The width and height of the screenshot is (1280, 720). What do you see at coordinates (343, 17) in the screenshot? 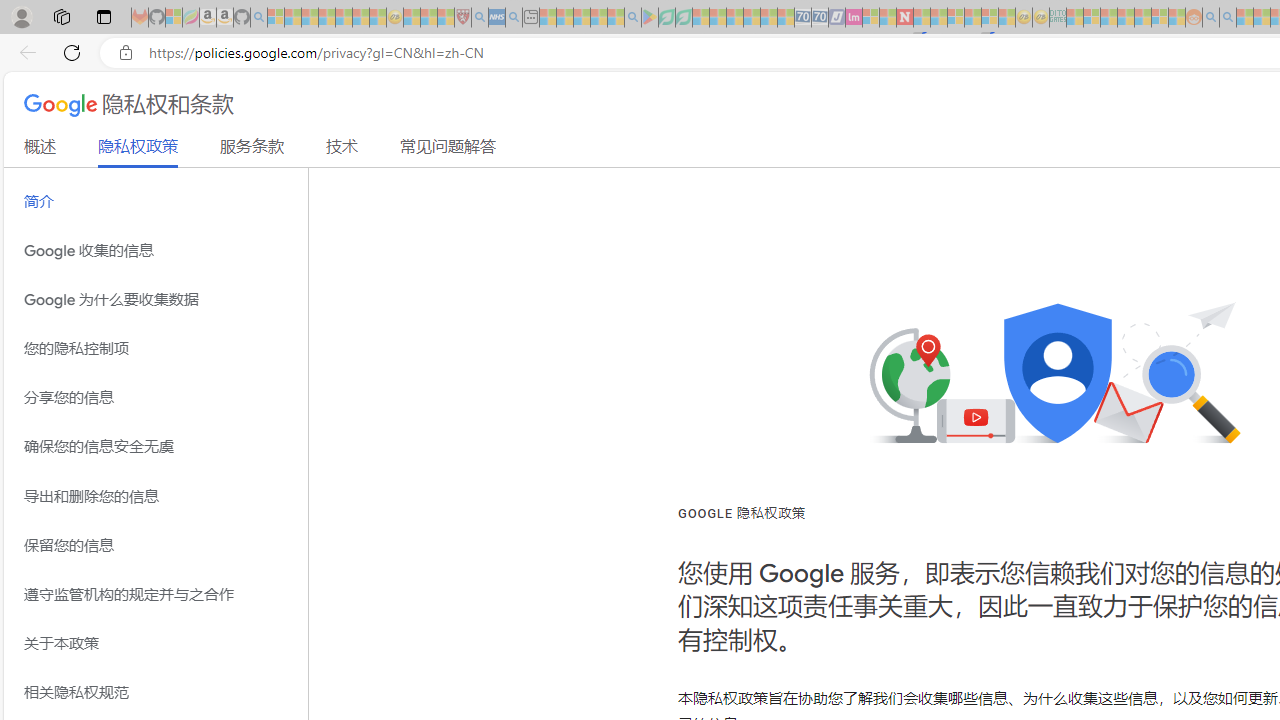
I see `'New Report Confirms 2023 Was Record Hot | Watch - Sleeping'` at bounding box center [343, 17].